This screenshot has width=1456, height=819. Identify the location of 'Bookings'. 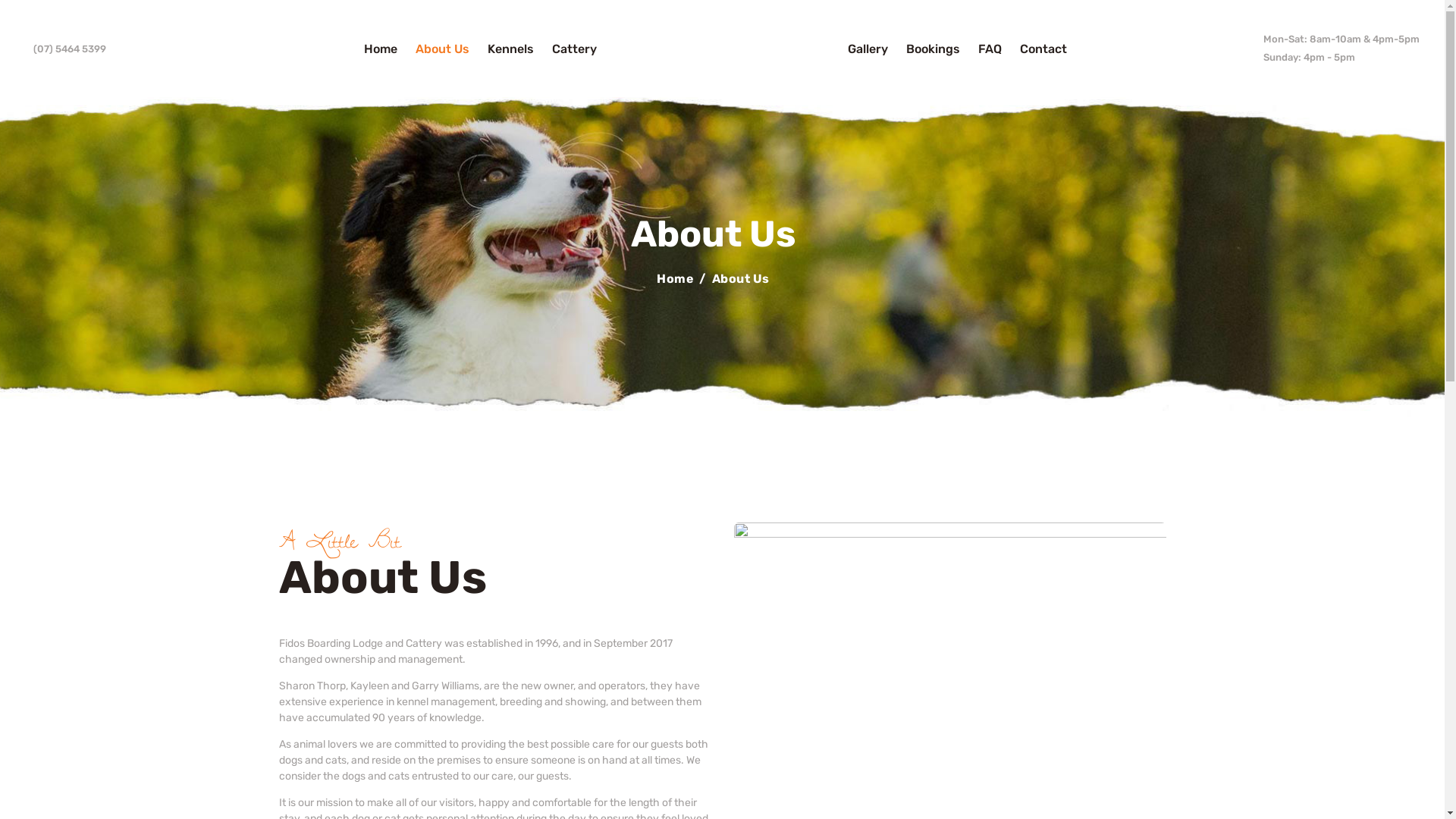
(896, 48).